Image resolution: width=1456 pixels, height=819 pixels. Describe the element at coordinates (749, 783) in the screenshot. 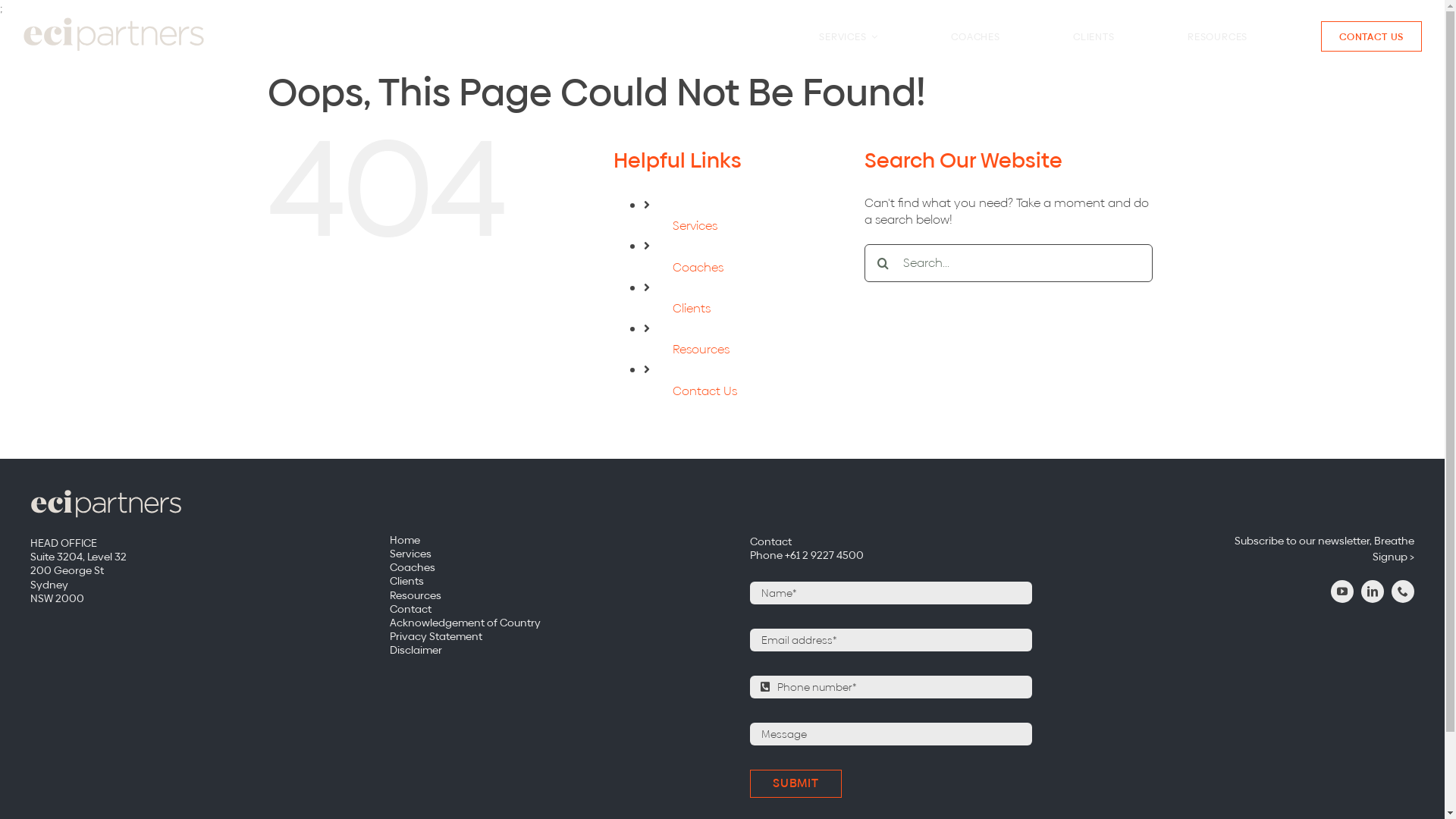

I see `'SUBMIT'` at that location.